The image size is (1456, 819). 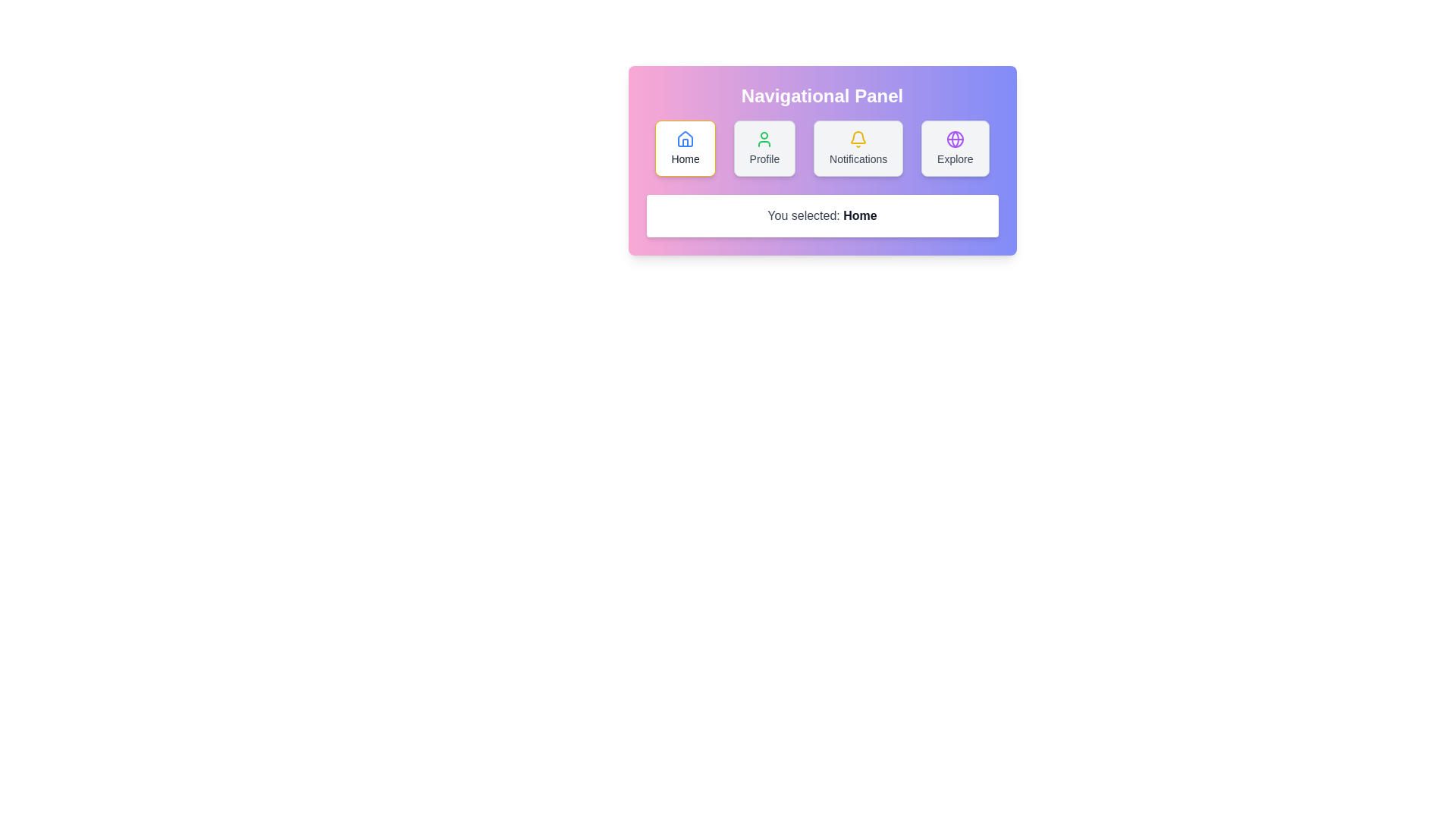 What do you see at coordinates (954, 140) in the screenshot?
I see `the 'Explore' button by clicking on its SVG circle component, which is visually represented as a globe icon in purple and is located within the fourth button of the navigational panel` at bounding box center [954, 140].